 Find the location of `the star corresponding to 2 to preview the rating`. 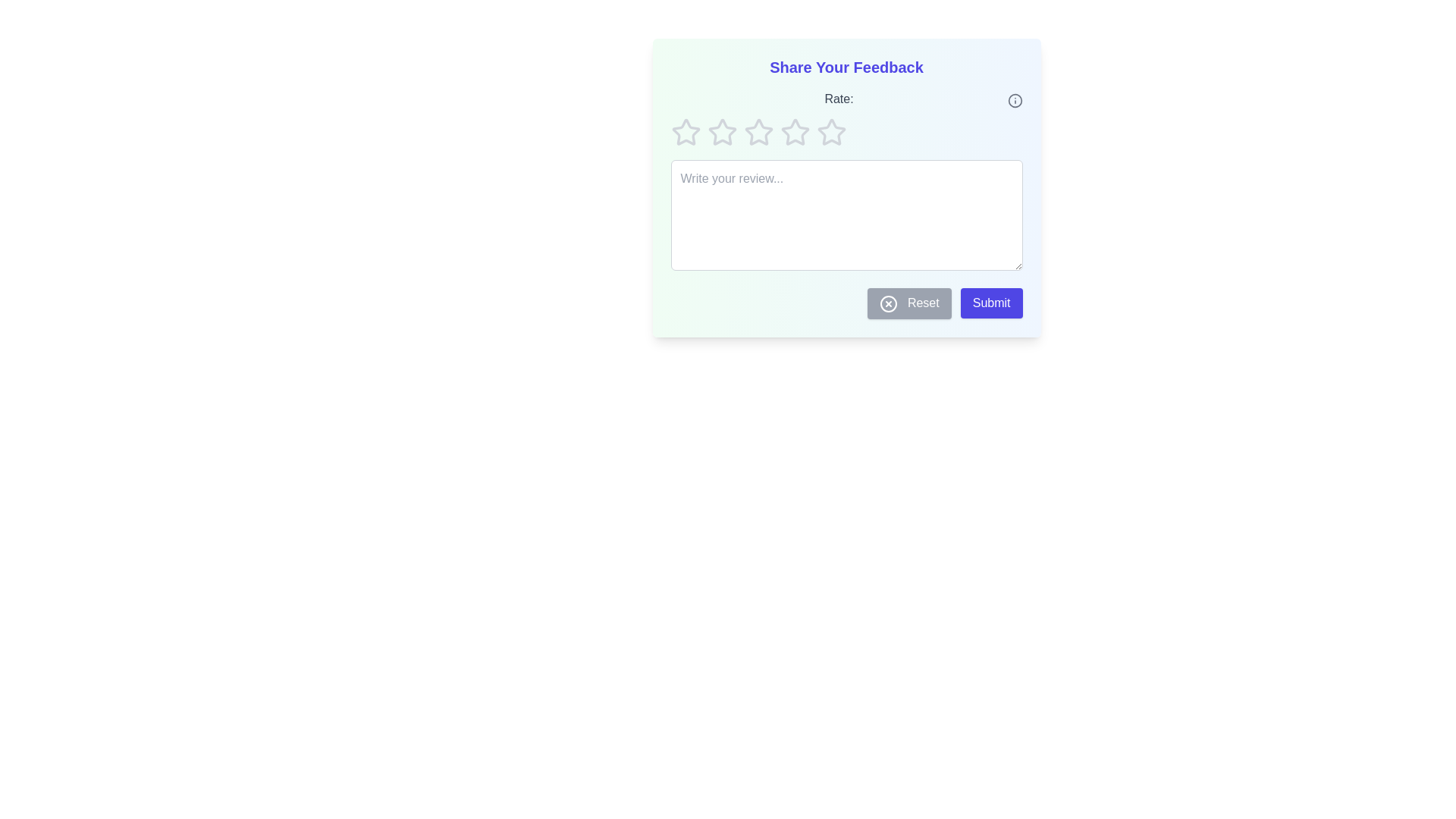

the star corresponding to 2 to preview the rating is located at coordinates (721, 131).